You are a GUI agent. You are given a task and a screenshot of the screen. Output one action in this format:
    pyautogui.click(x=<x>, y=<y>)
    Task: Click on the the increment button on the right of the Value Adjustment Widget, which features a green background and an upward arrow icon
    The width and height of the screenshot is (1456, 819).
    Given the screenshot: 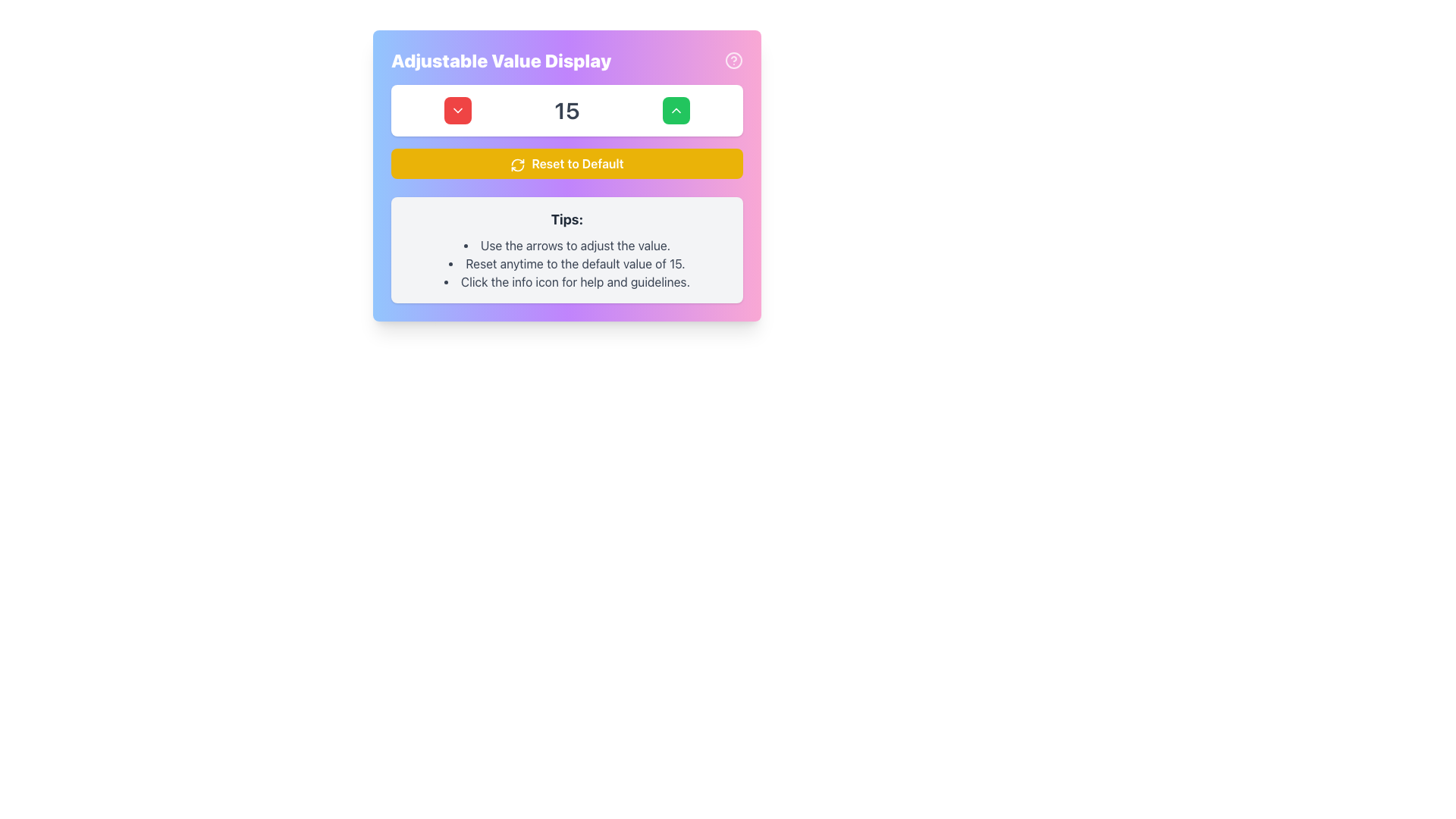 What is the action you would take?
    pyautogui.click(x=566, y=110)
    